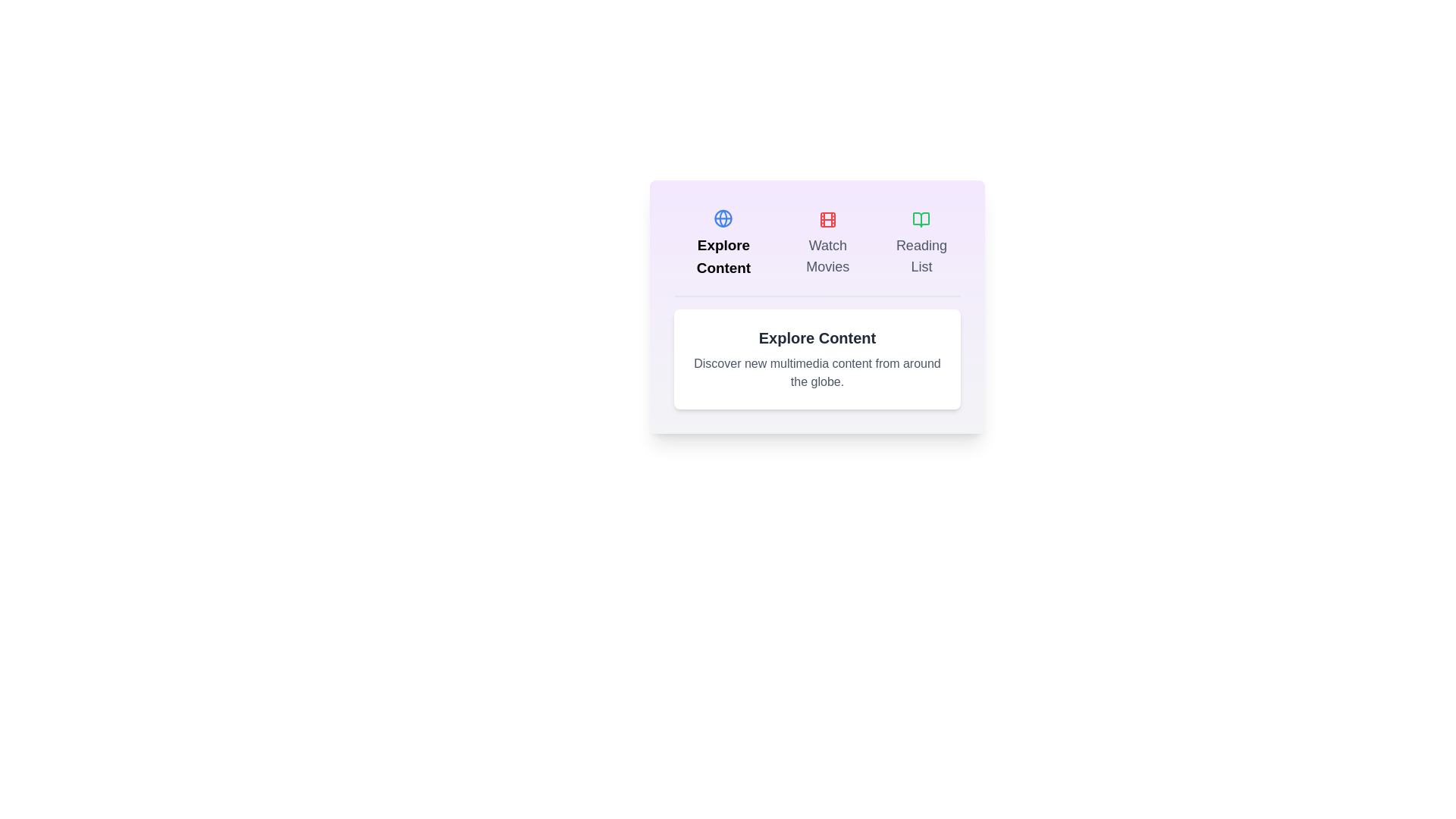 The width and height of the screenshot is (1456, 819). I want to click on the tab labeled 'Reading List' to switch the content, so click(920, 243).